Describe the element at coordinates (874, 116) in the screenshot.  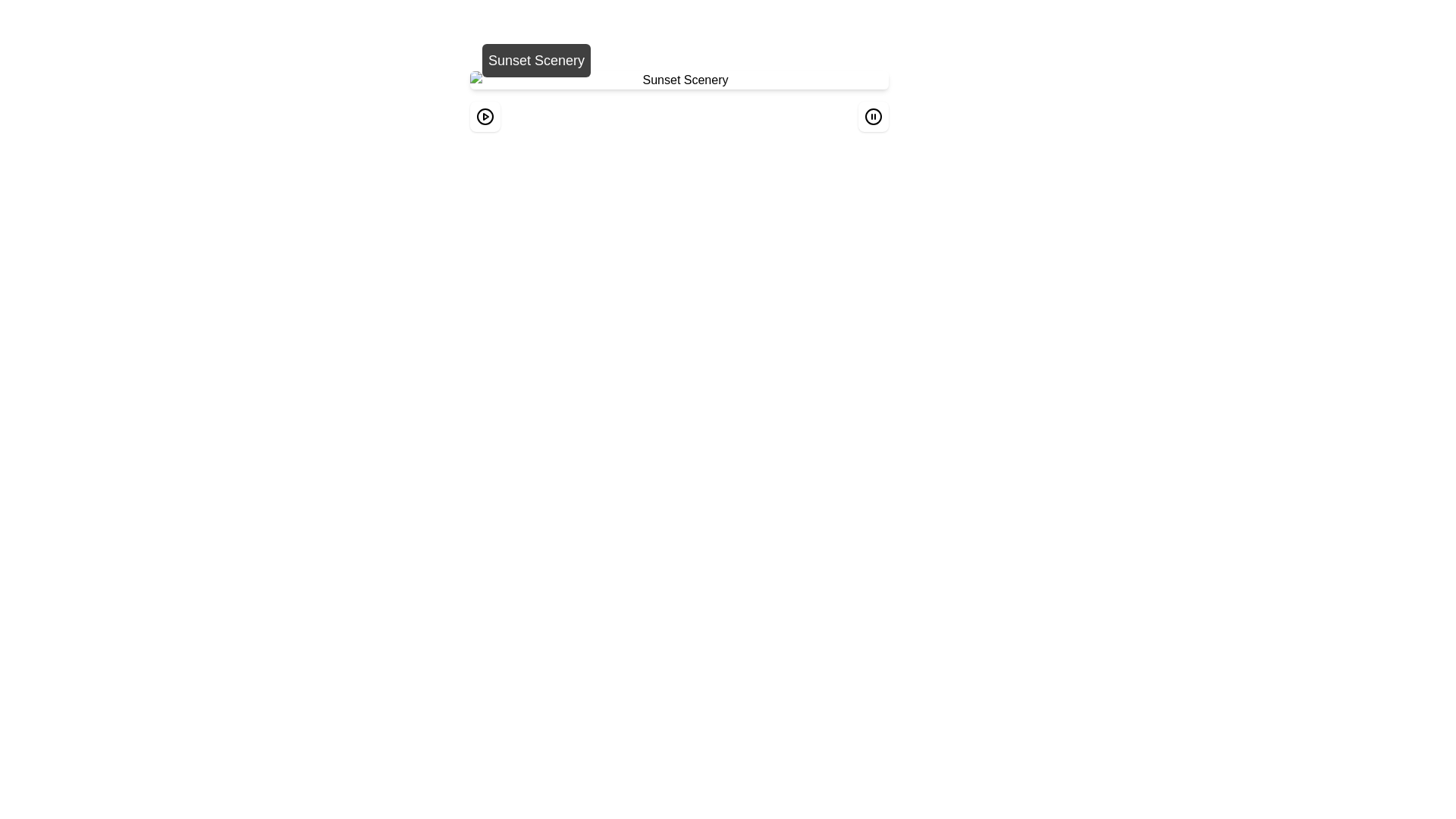
I see `the pause button located in the upper-right section of the interface` at that location.